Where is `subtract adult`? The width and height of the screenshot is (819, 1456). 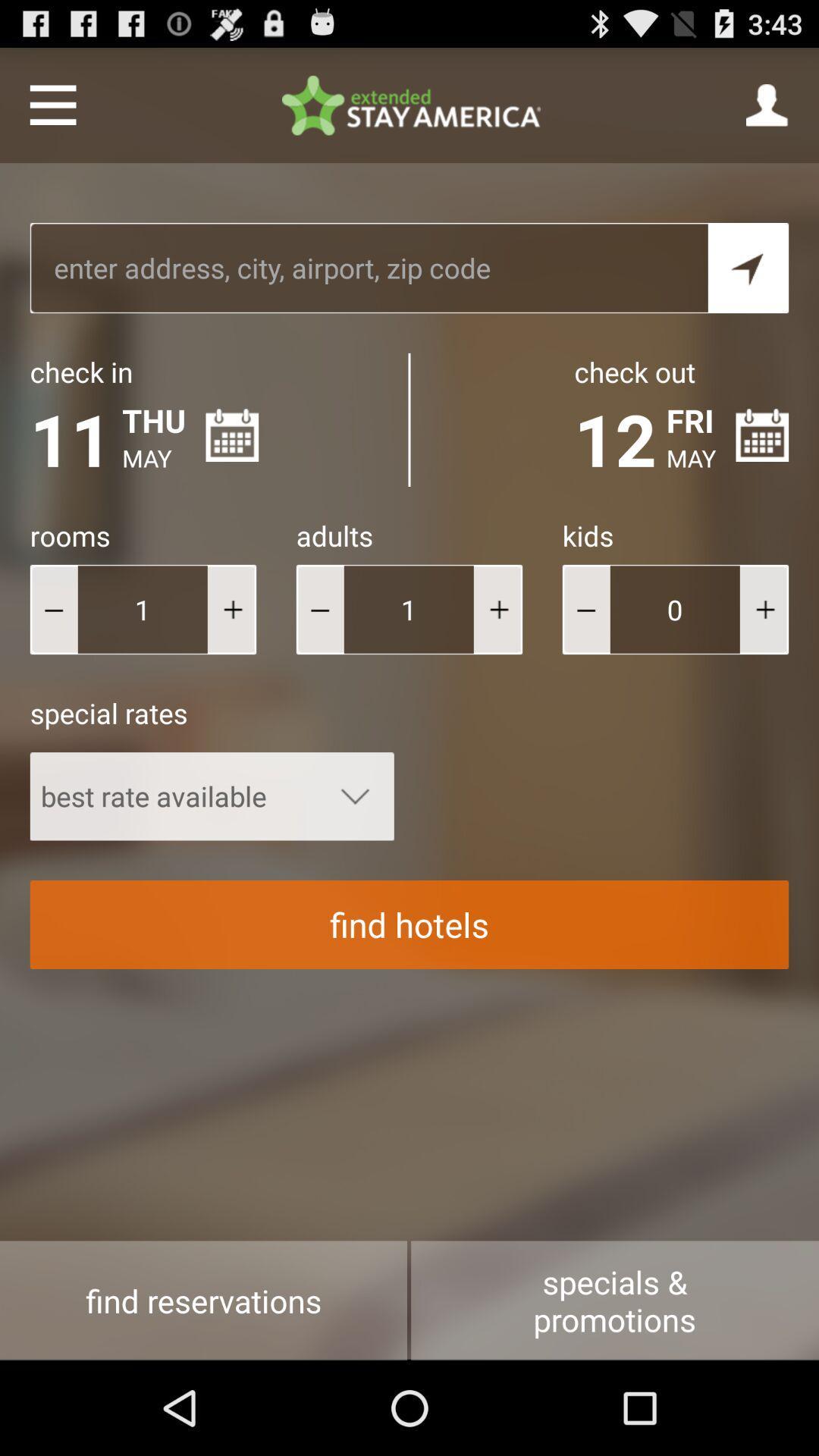 subtract adult is located at coordinates (319, 609).